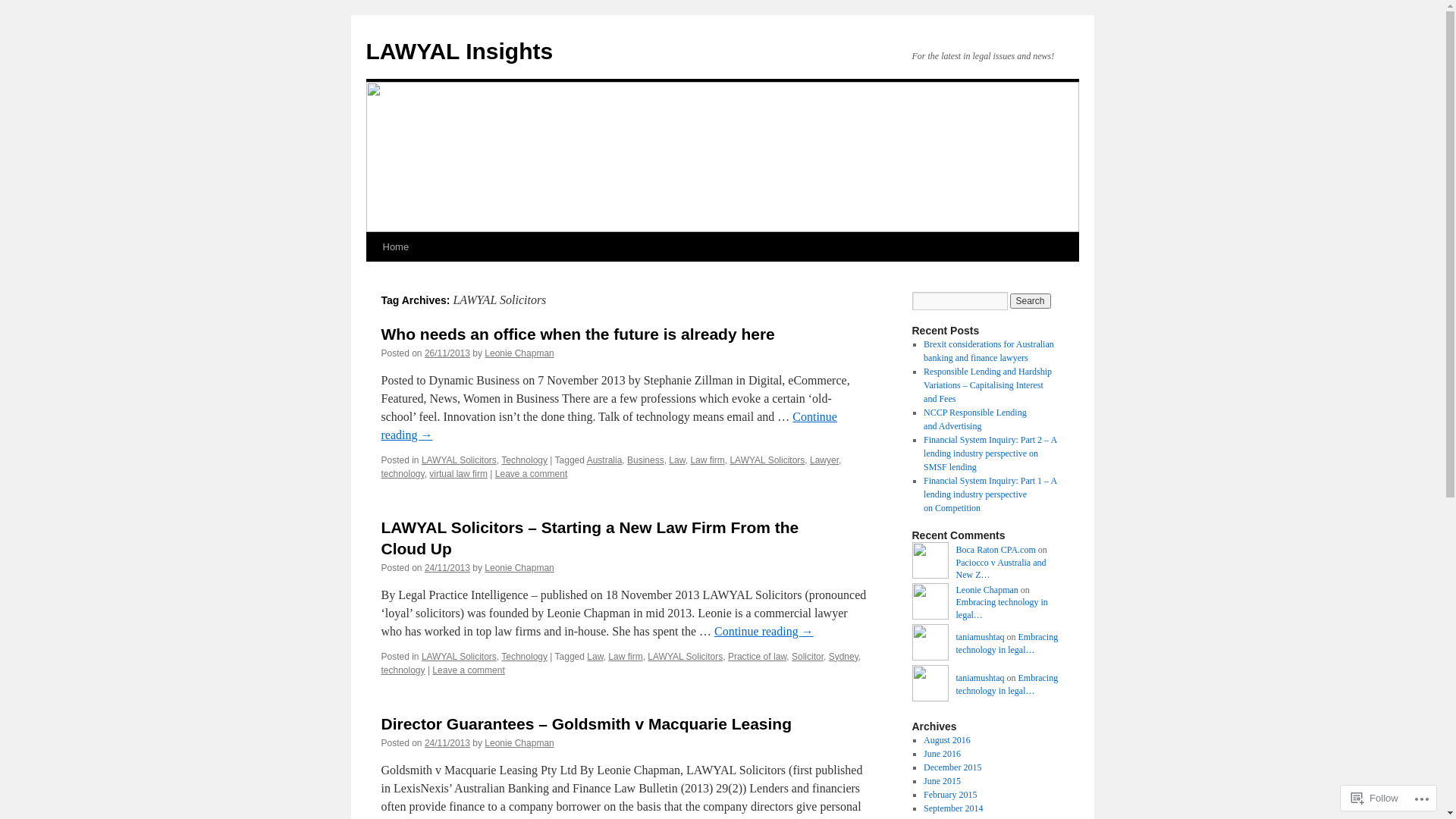 The image size is (1456, 819). Describe the element at coordinates (928, 644) in the screenshot. I see `'taniamushtaq'` at that location.